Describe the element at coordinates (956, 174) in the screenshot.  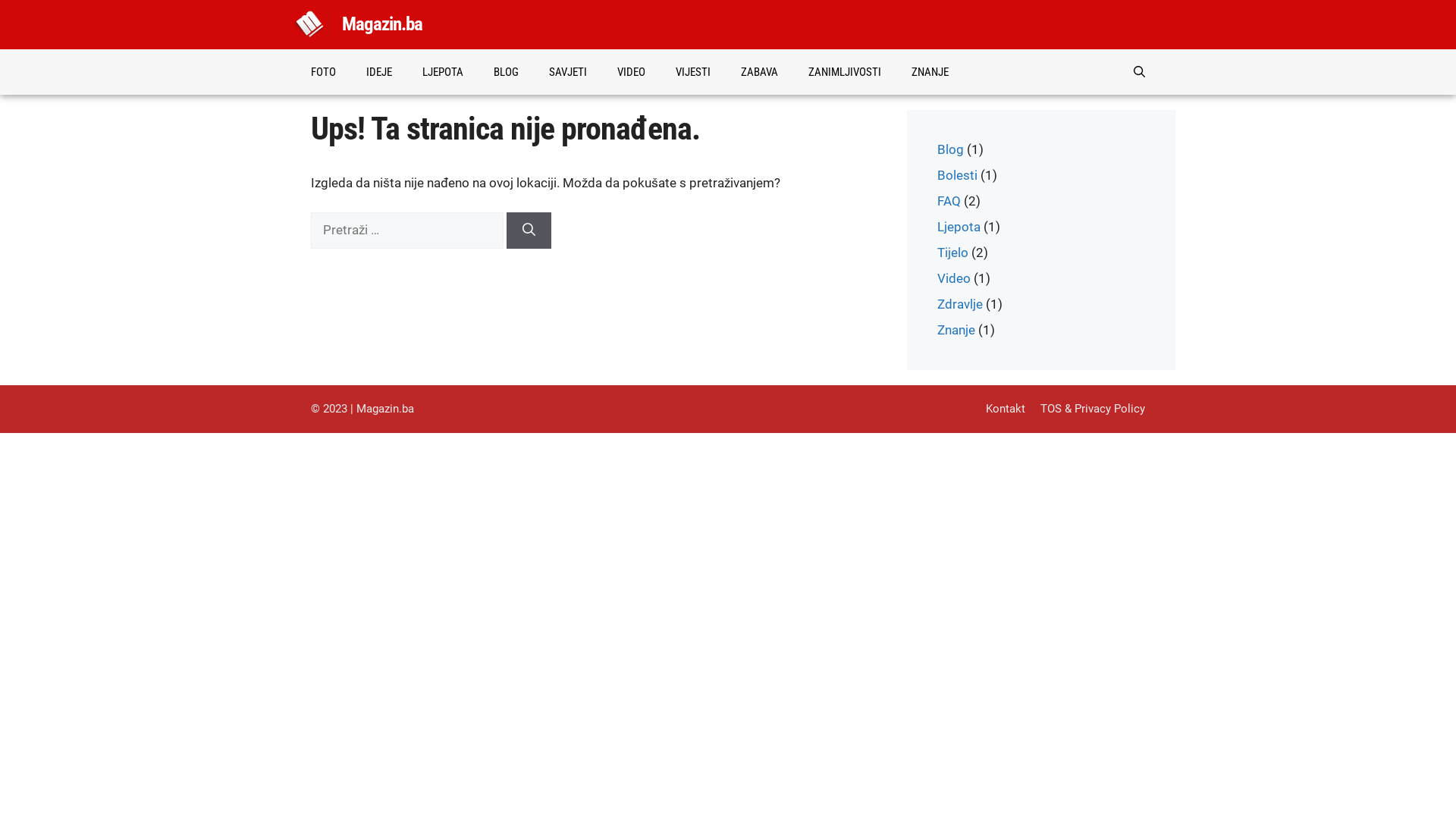
I see `'Bolesti'` at that location.